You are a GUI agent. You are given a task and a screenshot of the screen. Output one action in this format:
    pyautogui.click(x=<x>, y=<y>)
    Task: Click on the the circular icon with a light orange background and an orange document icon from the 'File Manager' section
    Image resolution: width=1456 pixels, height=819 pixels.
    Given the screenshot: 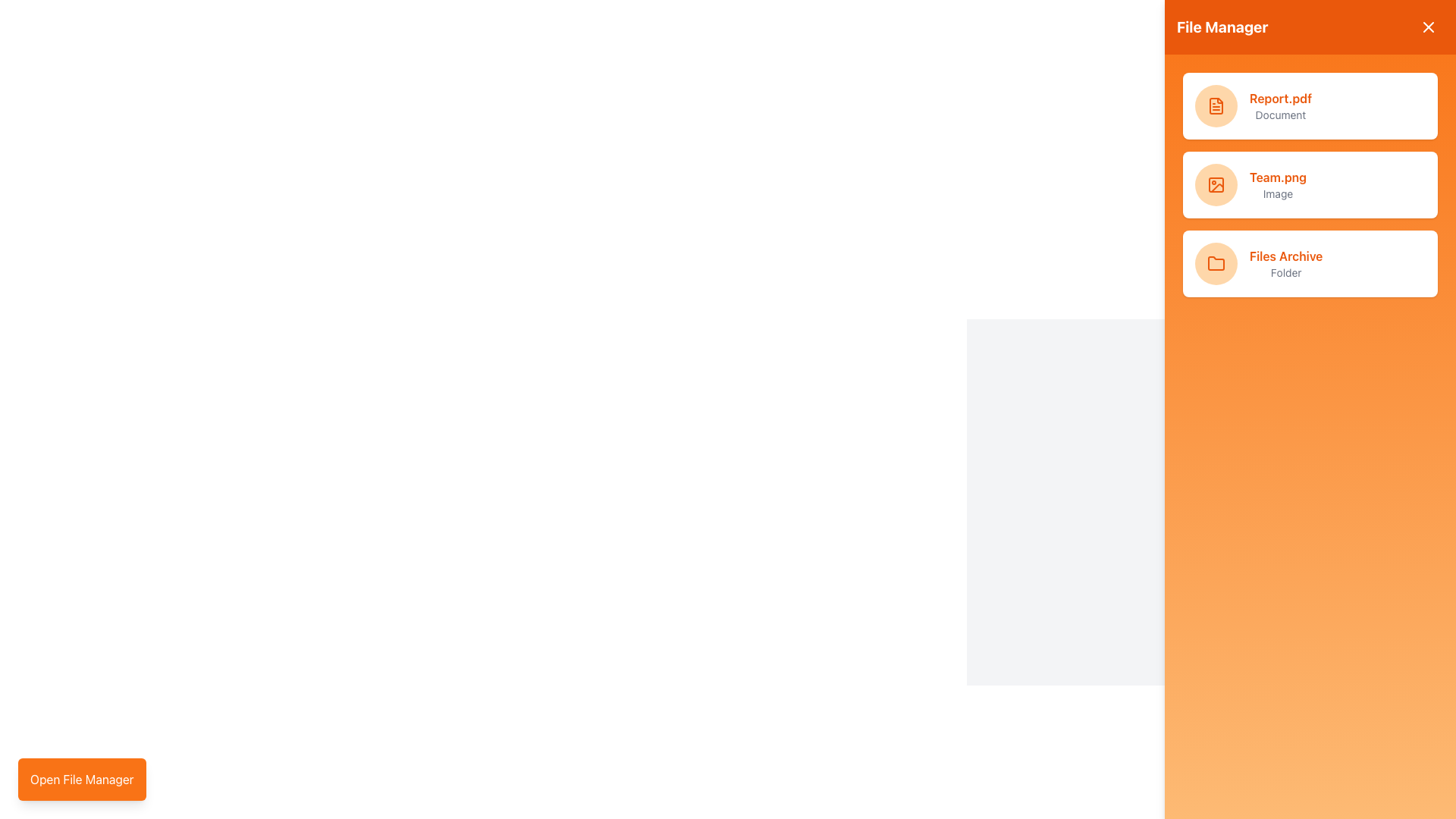 What is the action you would take?
    pyautogui.click(x=1216, y=105)
    